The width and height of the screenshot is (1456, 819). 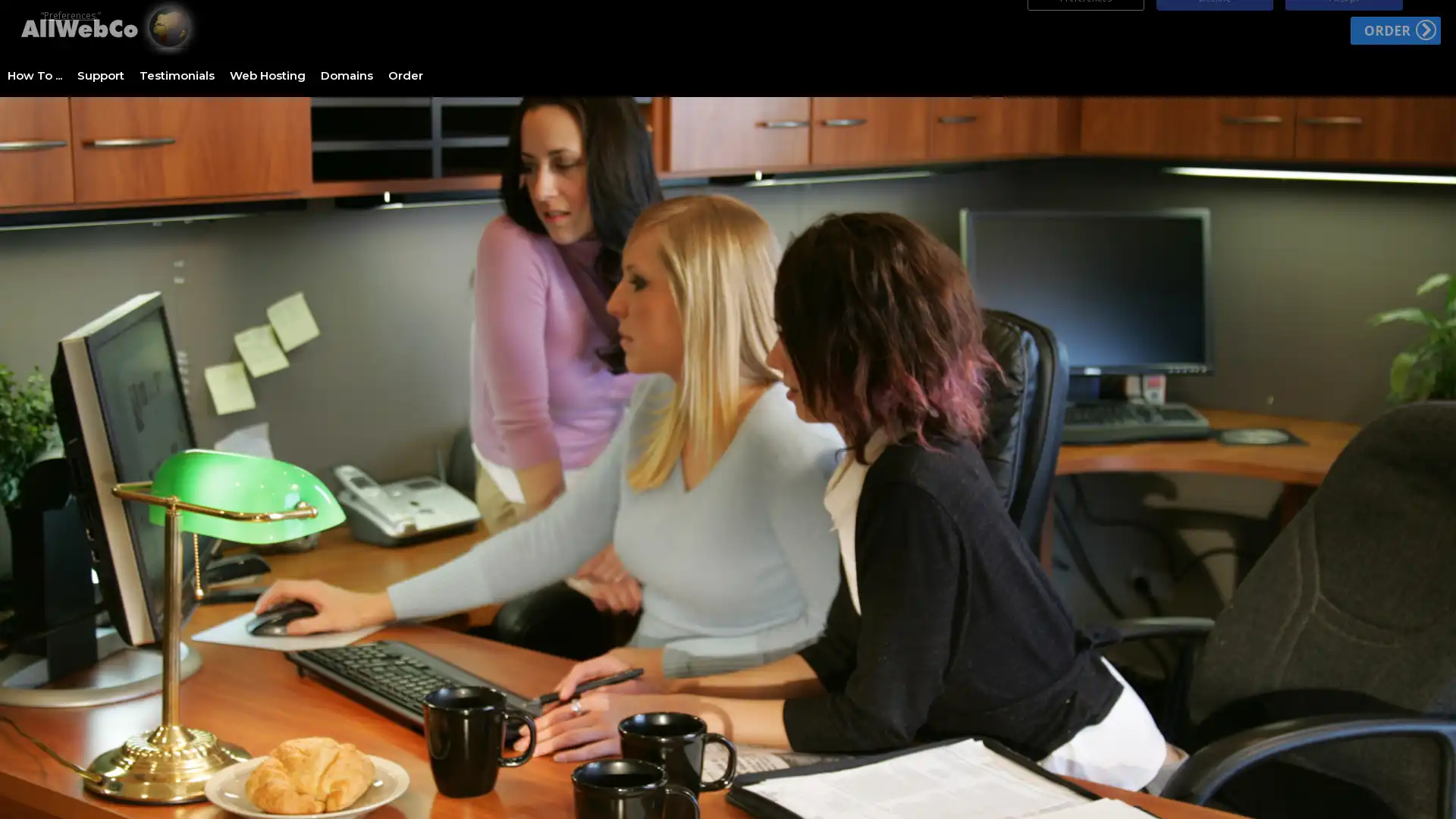 What do you see at coordinates (1215, 52) in the screenshot?
I see `Decline` at bounding box center [1215, 52].